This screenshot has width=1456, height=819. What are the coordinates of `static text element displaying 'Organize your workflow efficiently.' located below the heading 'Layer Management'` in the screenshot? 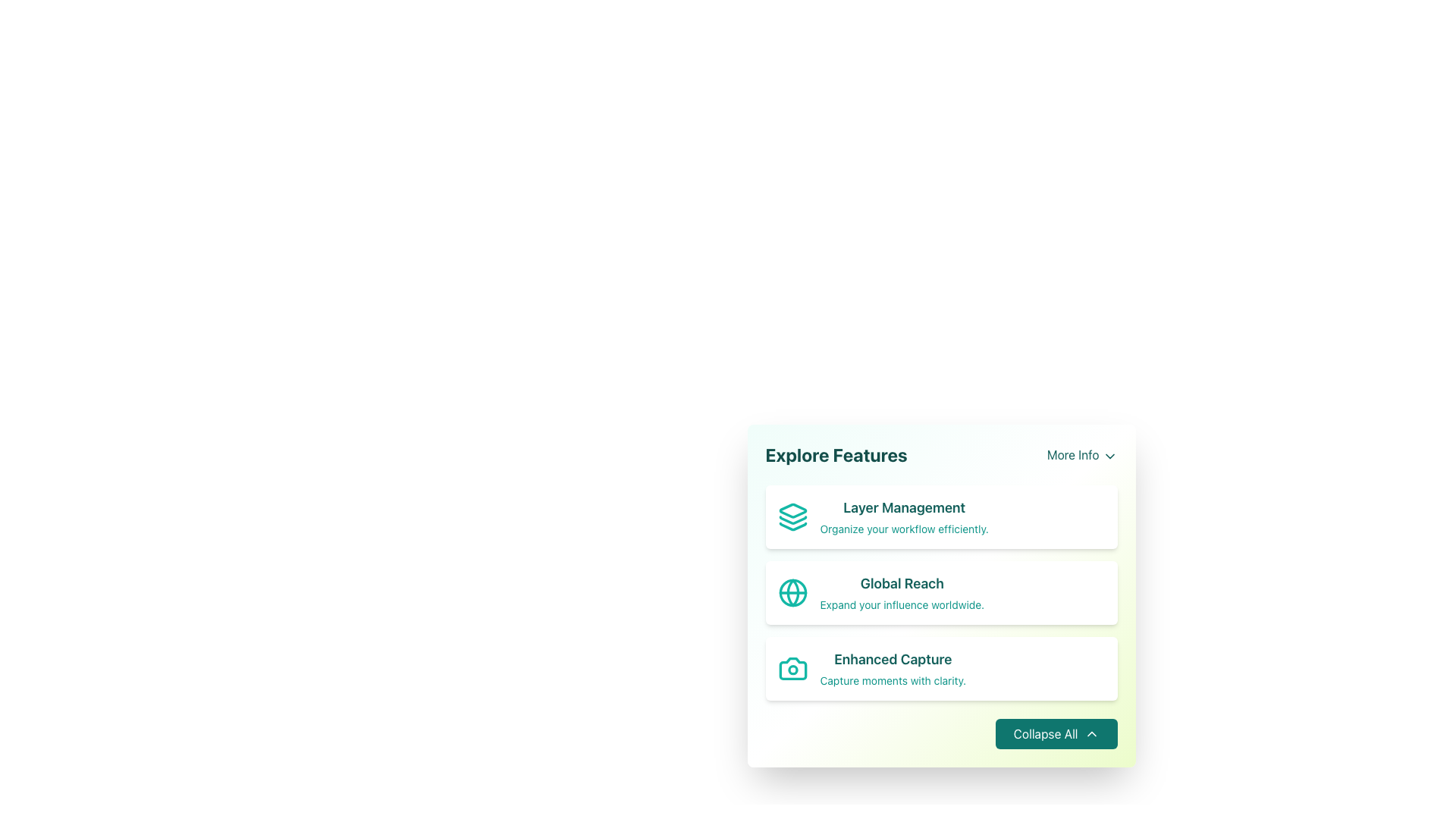 It's located at (904, 529).